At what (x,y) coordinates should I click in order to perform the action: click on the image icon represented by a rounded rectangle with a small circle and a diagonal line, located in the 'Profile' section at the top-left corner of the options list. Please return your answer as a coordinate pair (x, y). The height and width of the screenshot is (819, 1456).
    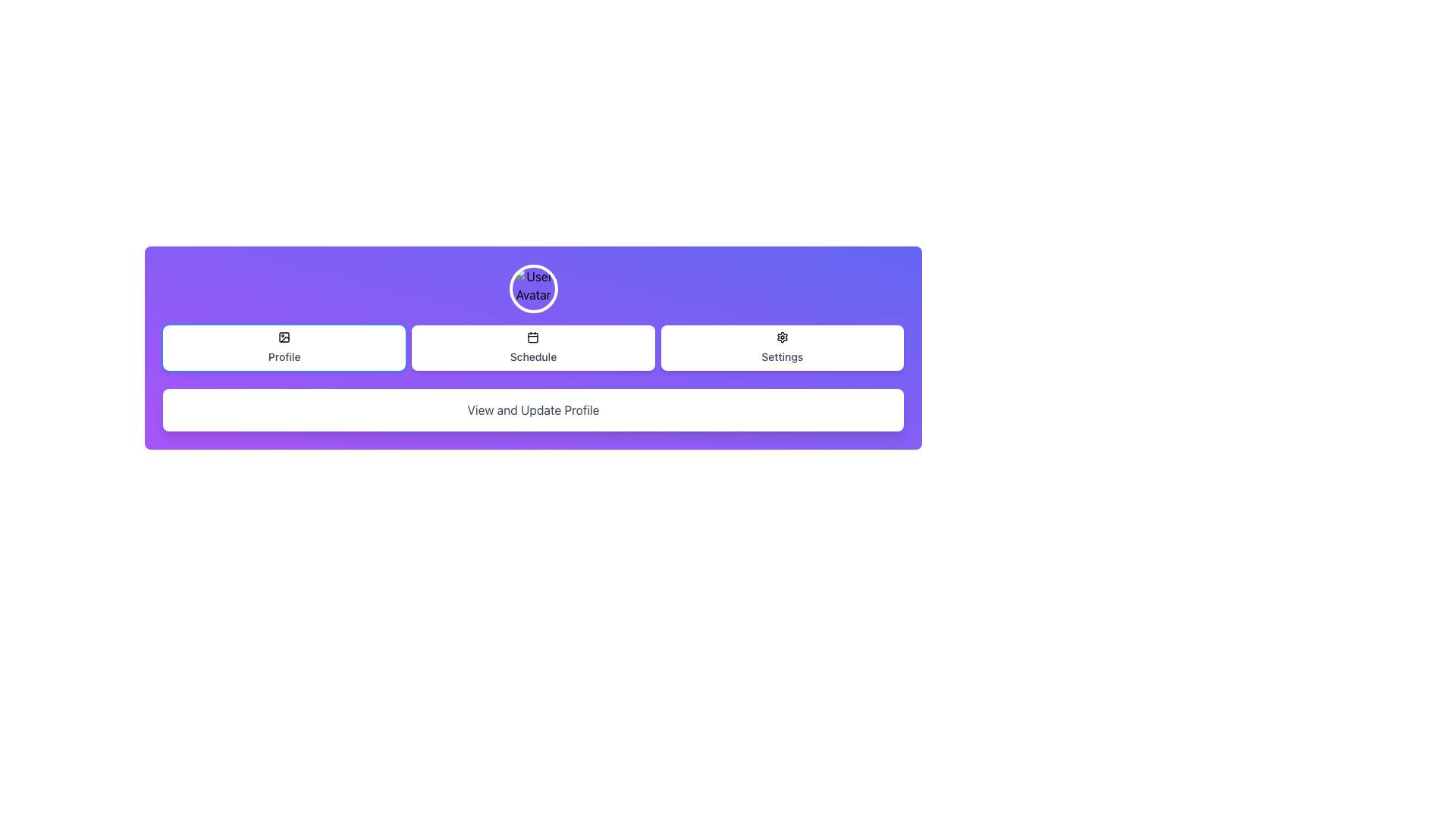
    Looking at the image, I should click on (284, 336).